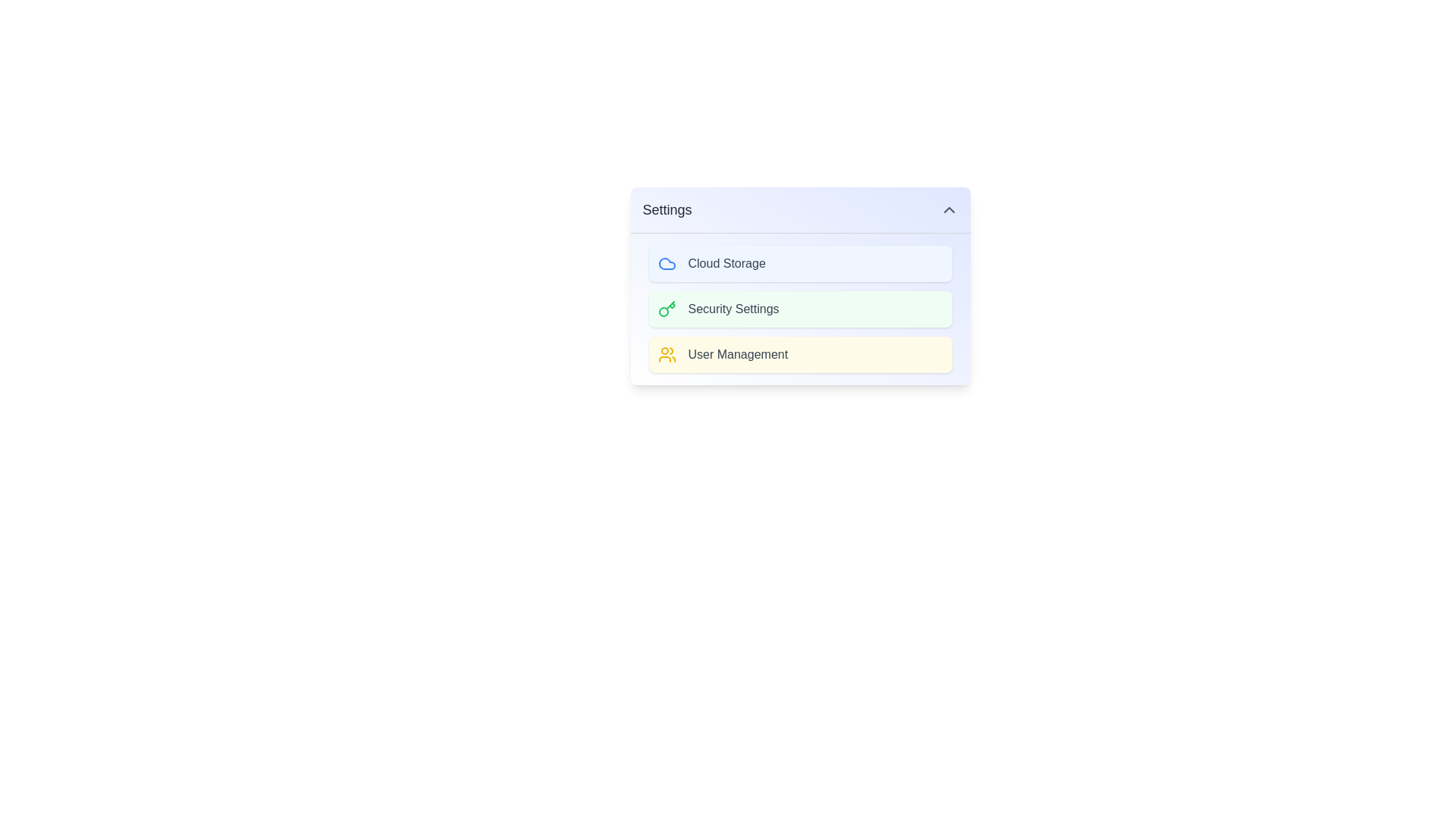 Image resolution: width=1456 pixels, height=819 pixels. I want to click on the icon element representing two overlapping human silhouettes, styled with rounded edges and yellow color, located in the left section of the third row under 'User Management', so click(667, 354).